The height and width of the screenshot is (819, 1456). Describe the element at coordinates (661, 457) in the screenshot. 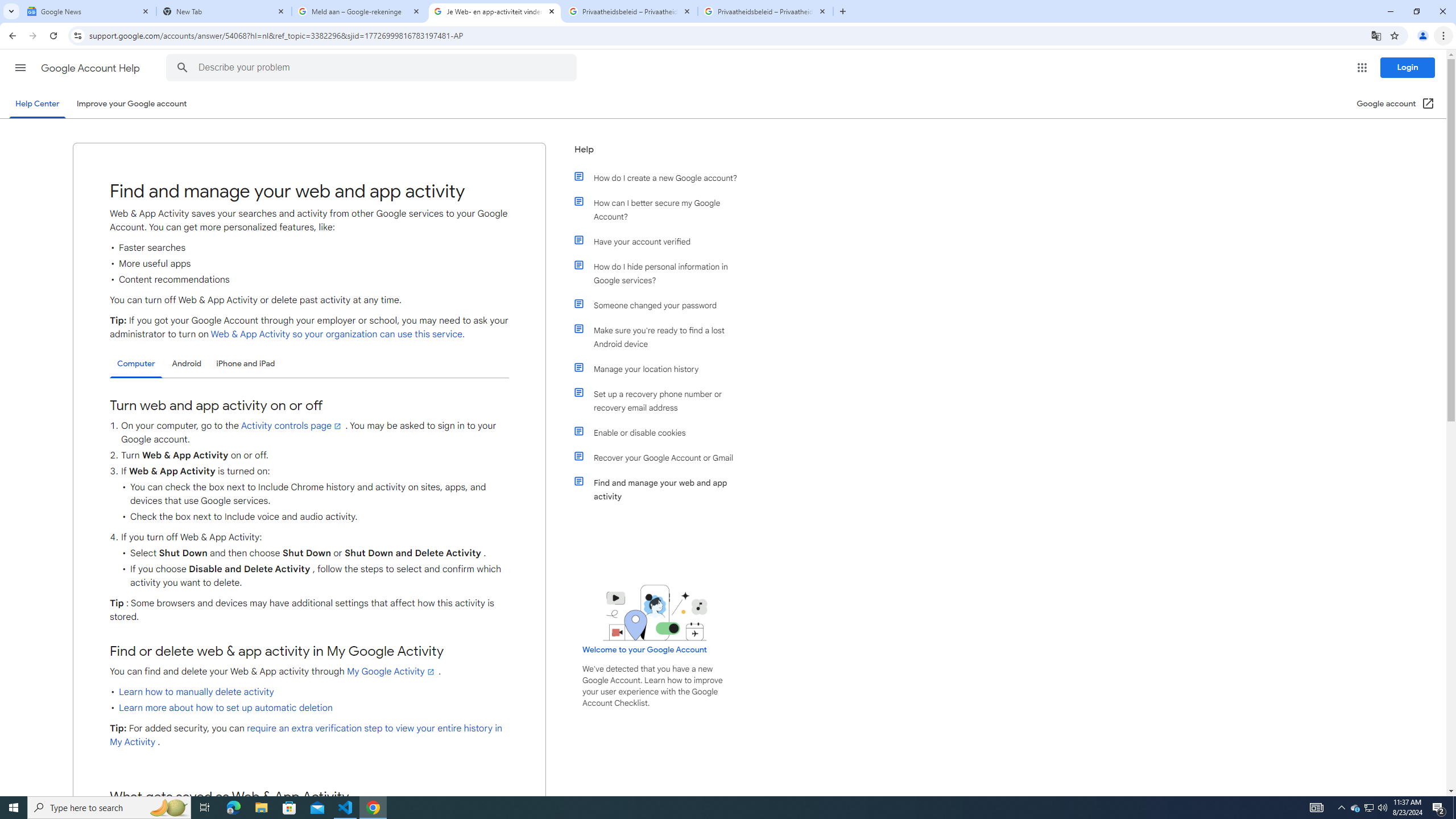

I see `'Recover your Google Account or Gmail'` at that location.